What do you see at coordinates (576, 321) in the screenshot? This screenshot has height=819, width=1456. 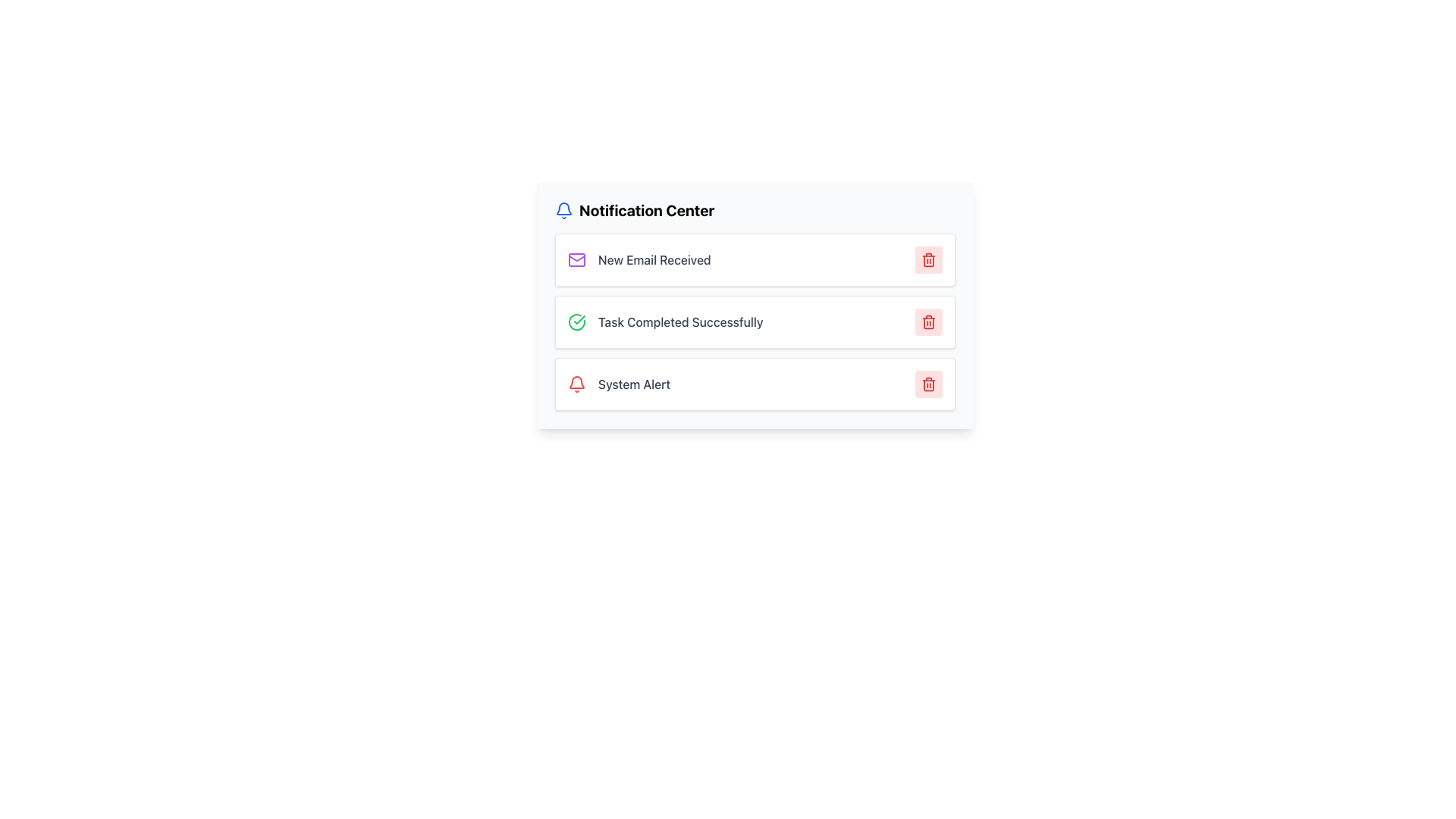 I see `the circular icon with a green outline and a checkmark, which indicates a successful action, located to the left of the label 'Task Completed Successfully' in the second row of the notification list` at bounding box center [576, 321].